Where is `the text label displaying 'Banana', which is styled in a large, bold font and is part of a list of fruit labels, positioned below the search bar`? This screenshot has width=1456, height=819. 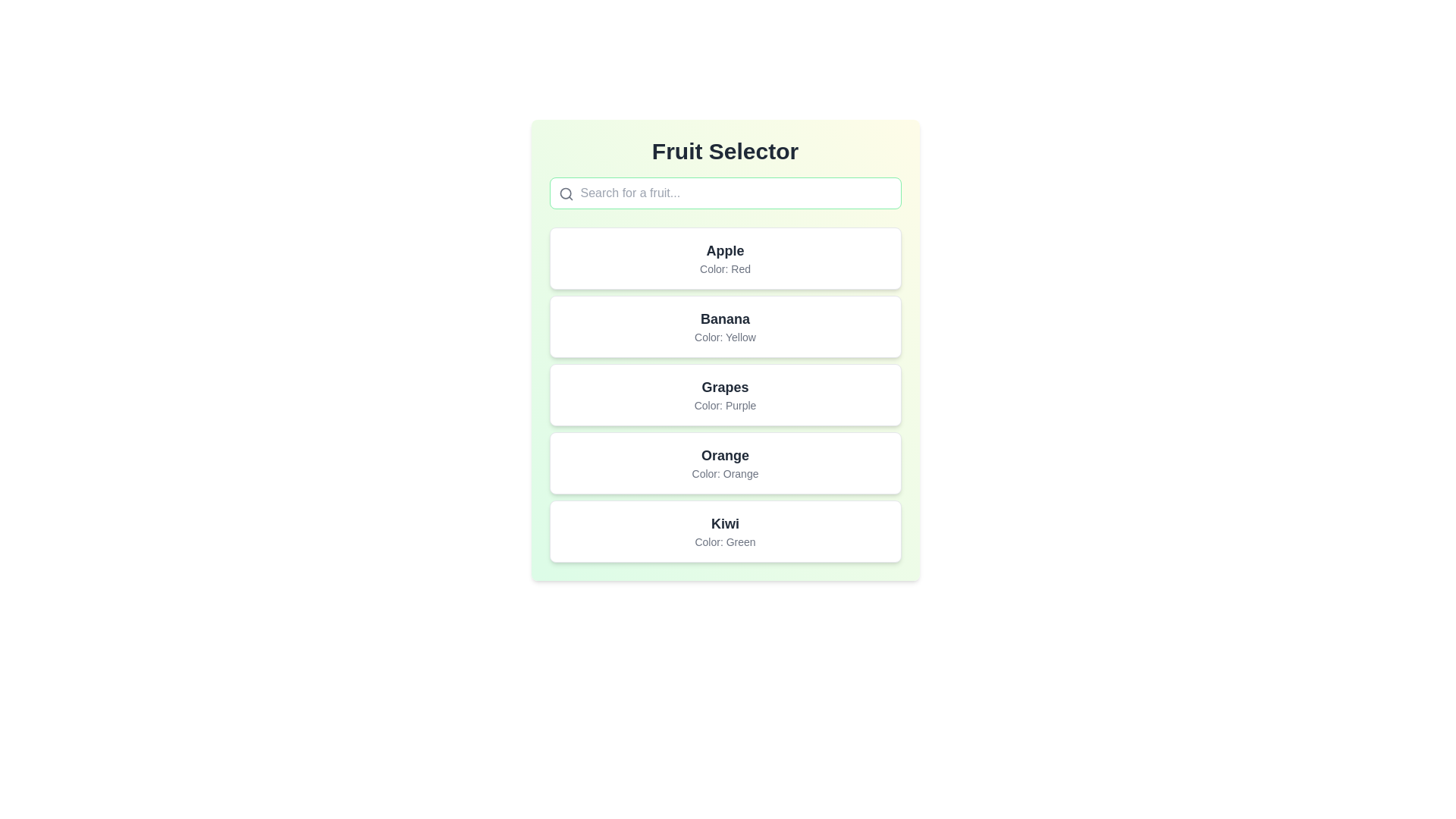
the text label displaying 'Banana', which is styled in a large, bold font and is part of a list of fruit labels, positioned below the search bar is located at coordinates (724, 318).